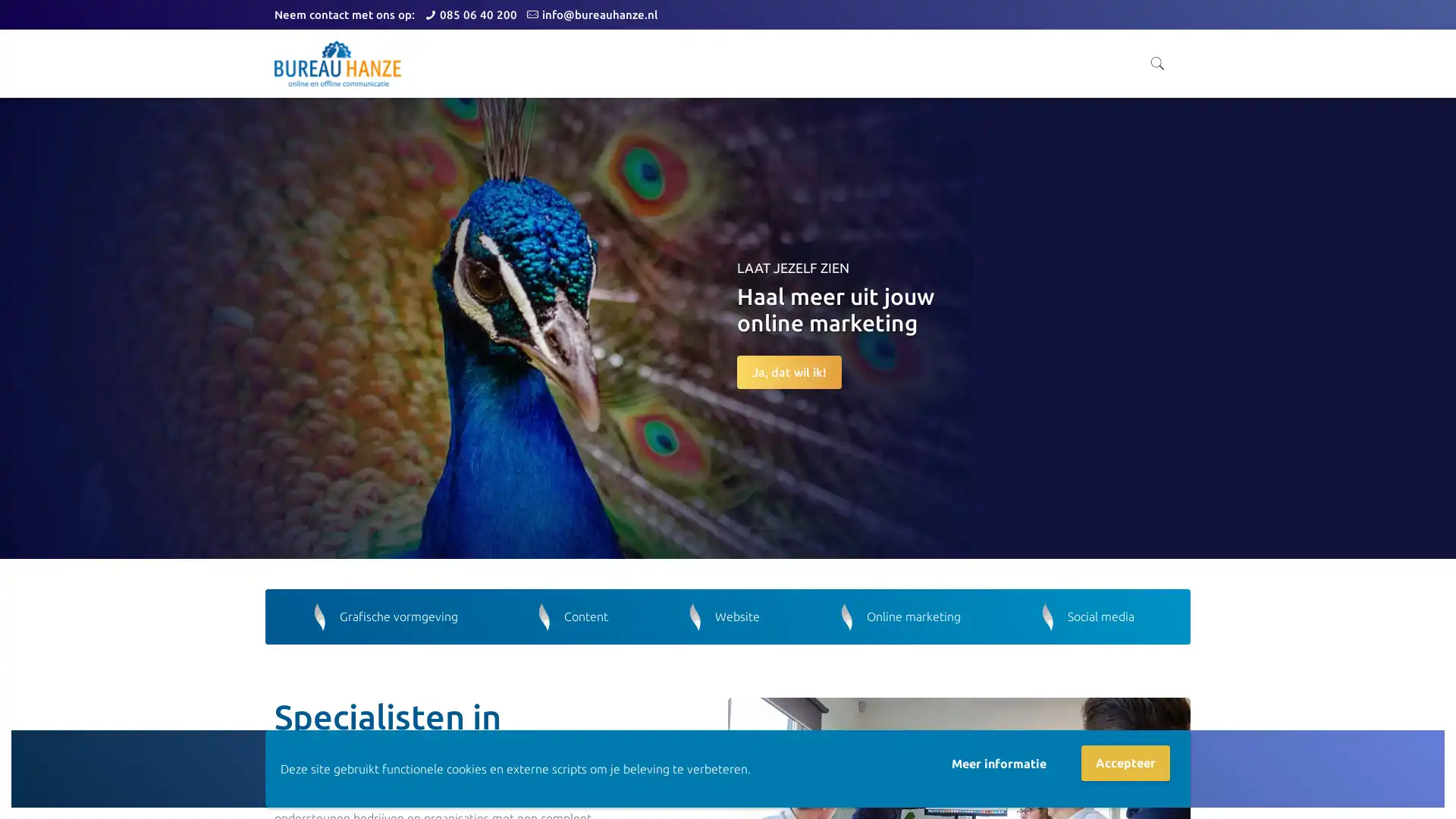  Describe the element at coordinates (1125, 763) in the screenshot. I see `Accepteer` at that location.